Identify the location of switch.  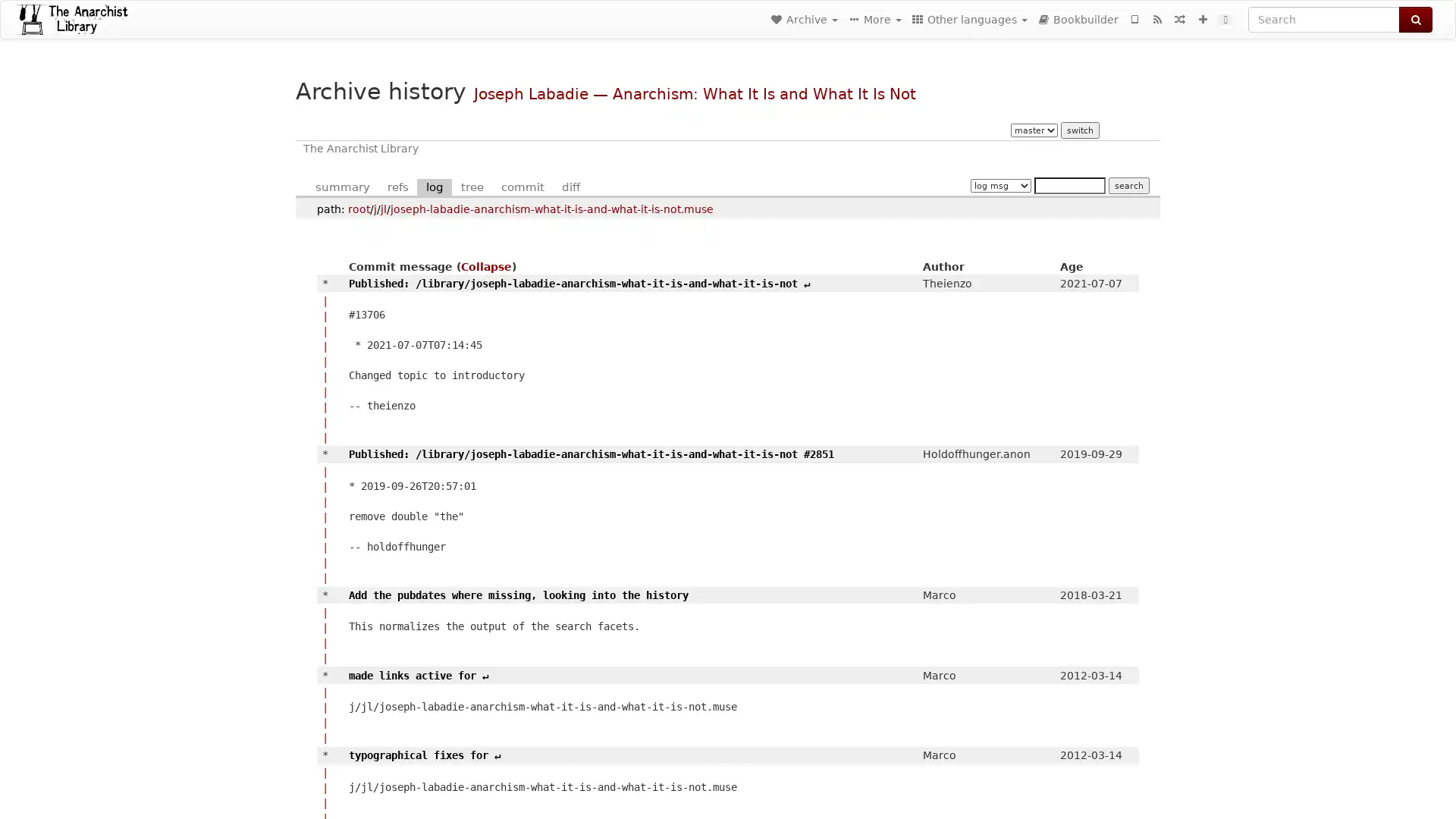
(1078, 130).